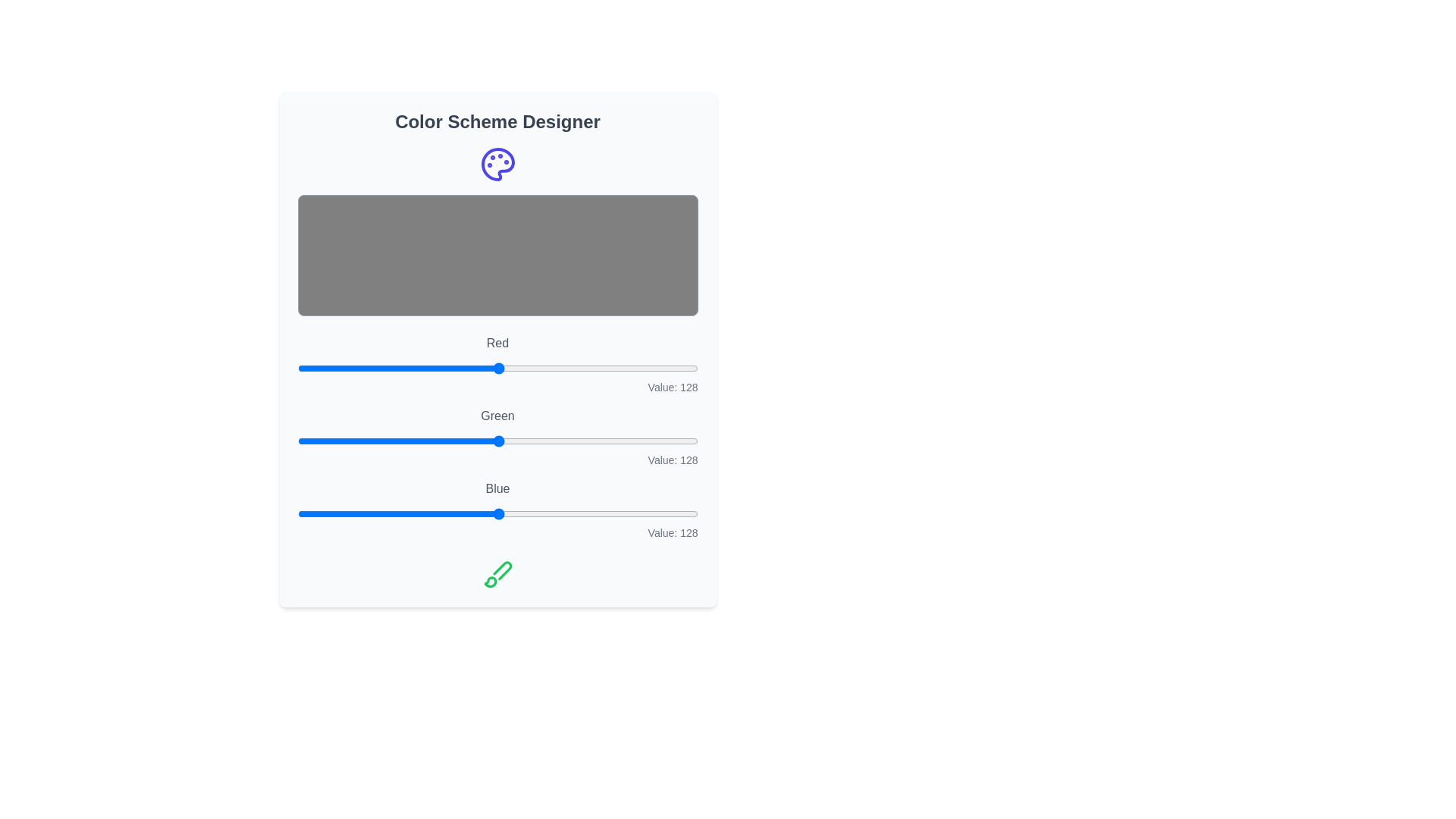  What do you see at coordinates (497, 365) in the screenshot?
I see `the 'Red' slider input in the 'Color Scheme Designer' interface` at bounding box center [497, 365].